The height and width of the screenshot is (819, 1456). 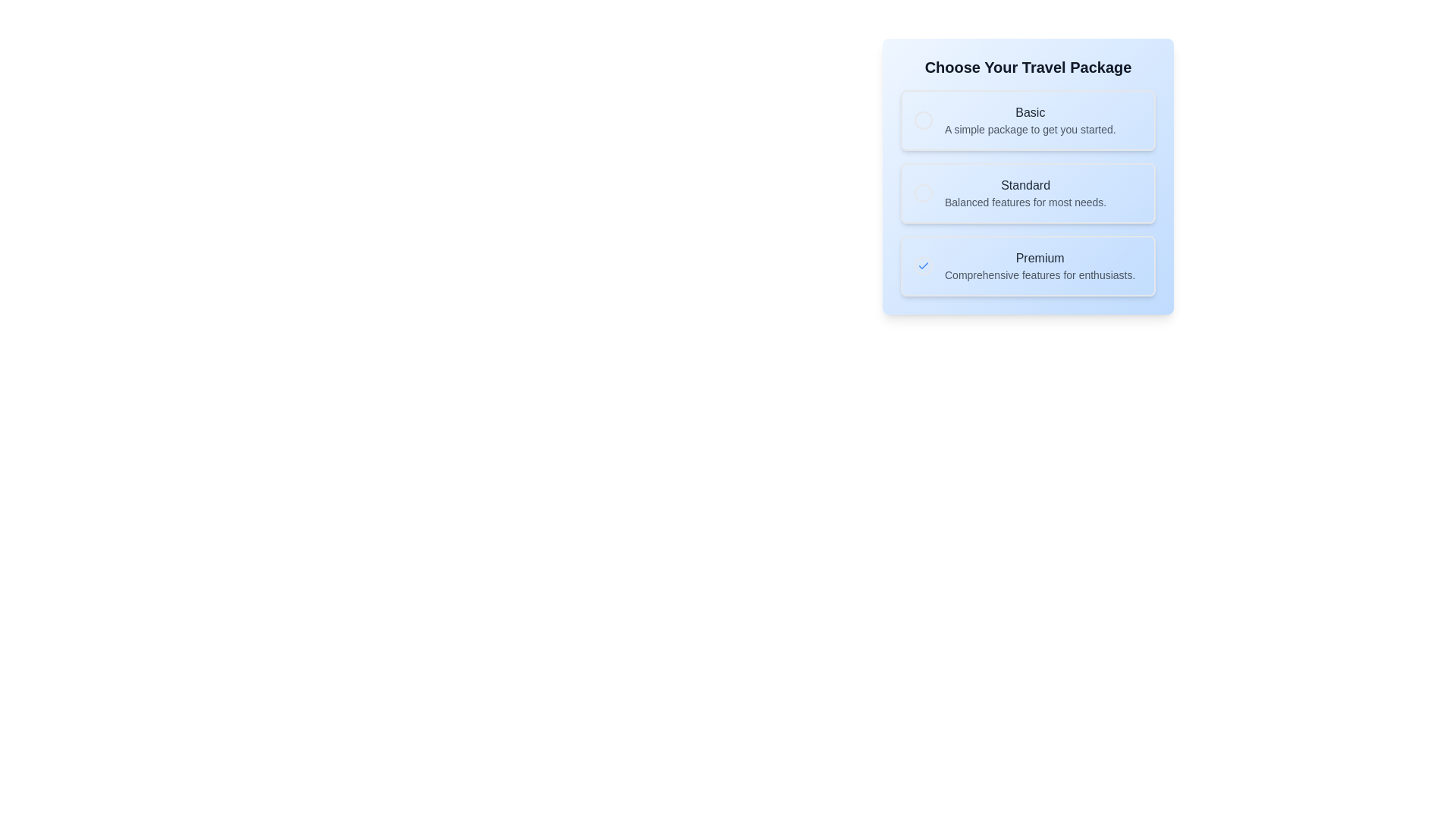 I want to click on the center of the 'Standard' travel package radio button, so click(x=923, y=192).